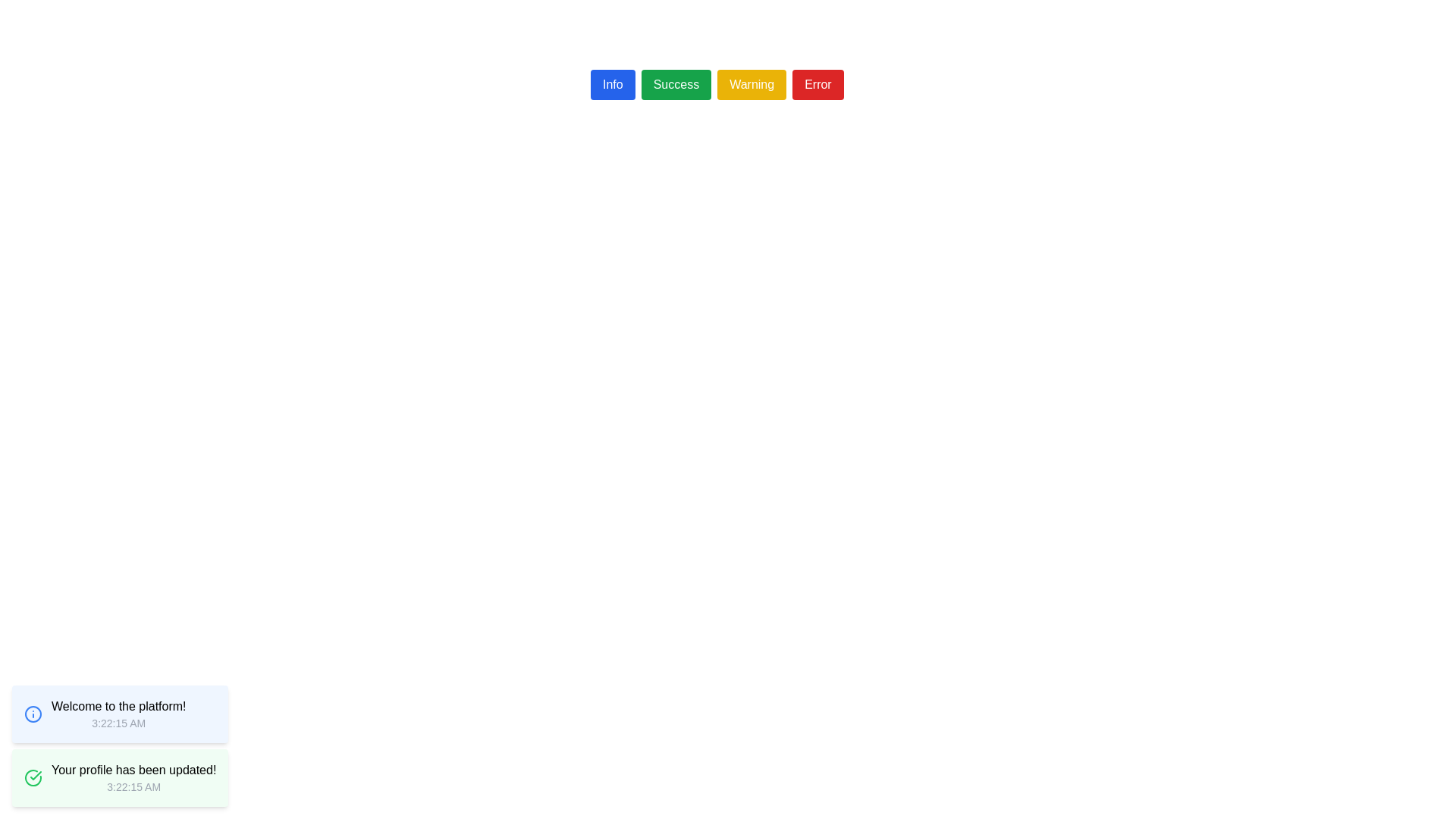 Image resolution: width=1456 pixels, height=819 pixels. Describe the element at coordinates (118, 714) in the screenshot. I see `the text block displaying 'Welcome to the platform!' within the light blue notification box` at that location.